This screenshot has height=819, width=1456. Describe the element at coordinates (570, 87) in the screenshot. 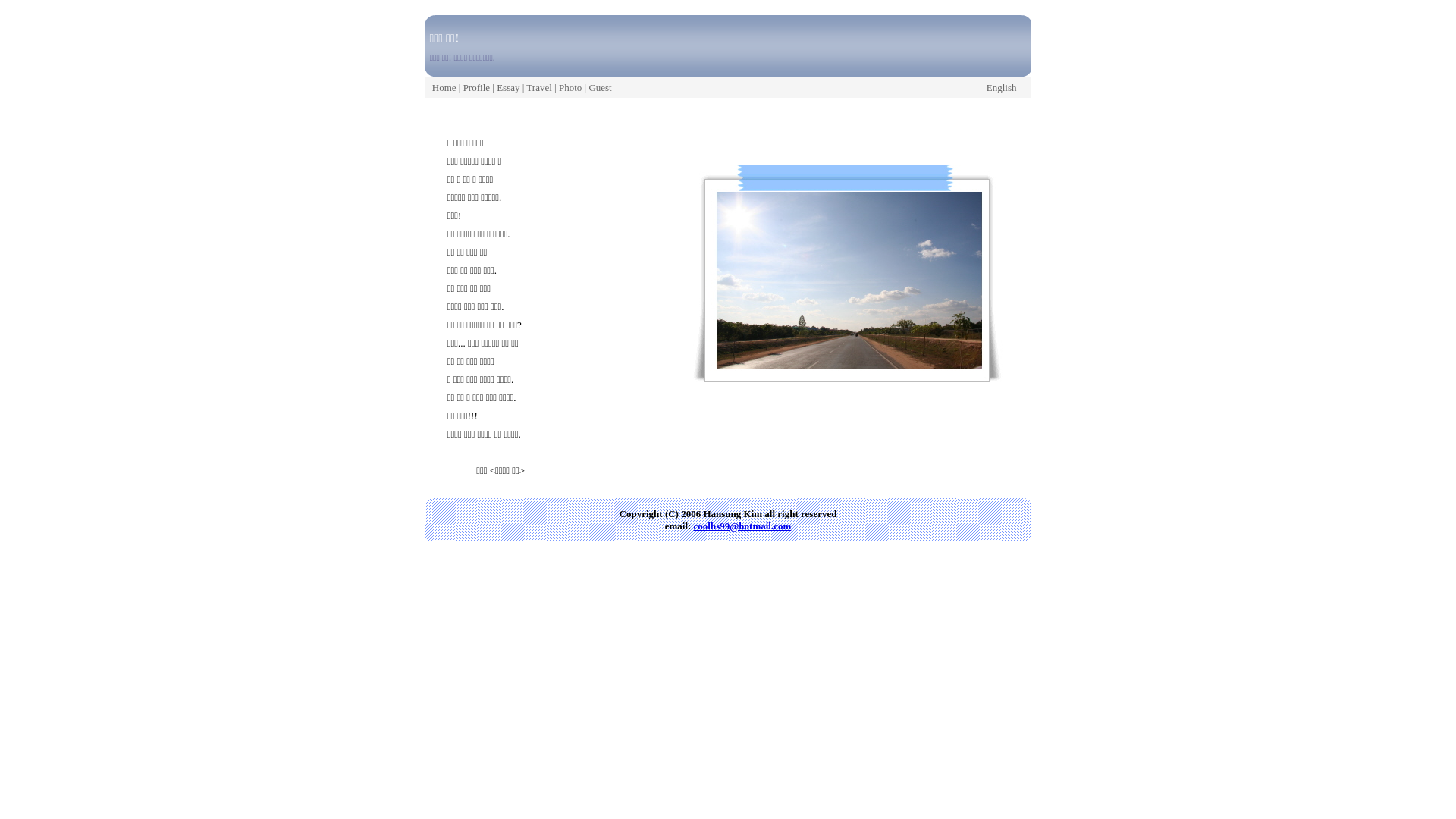

I see `'Photo'` at that location.